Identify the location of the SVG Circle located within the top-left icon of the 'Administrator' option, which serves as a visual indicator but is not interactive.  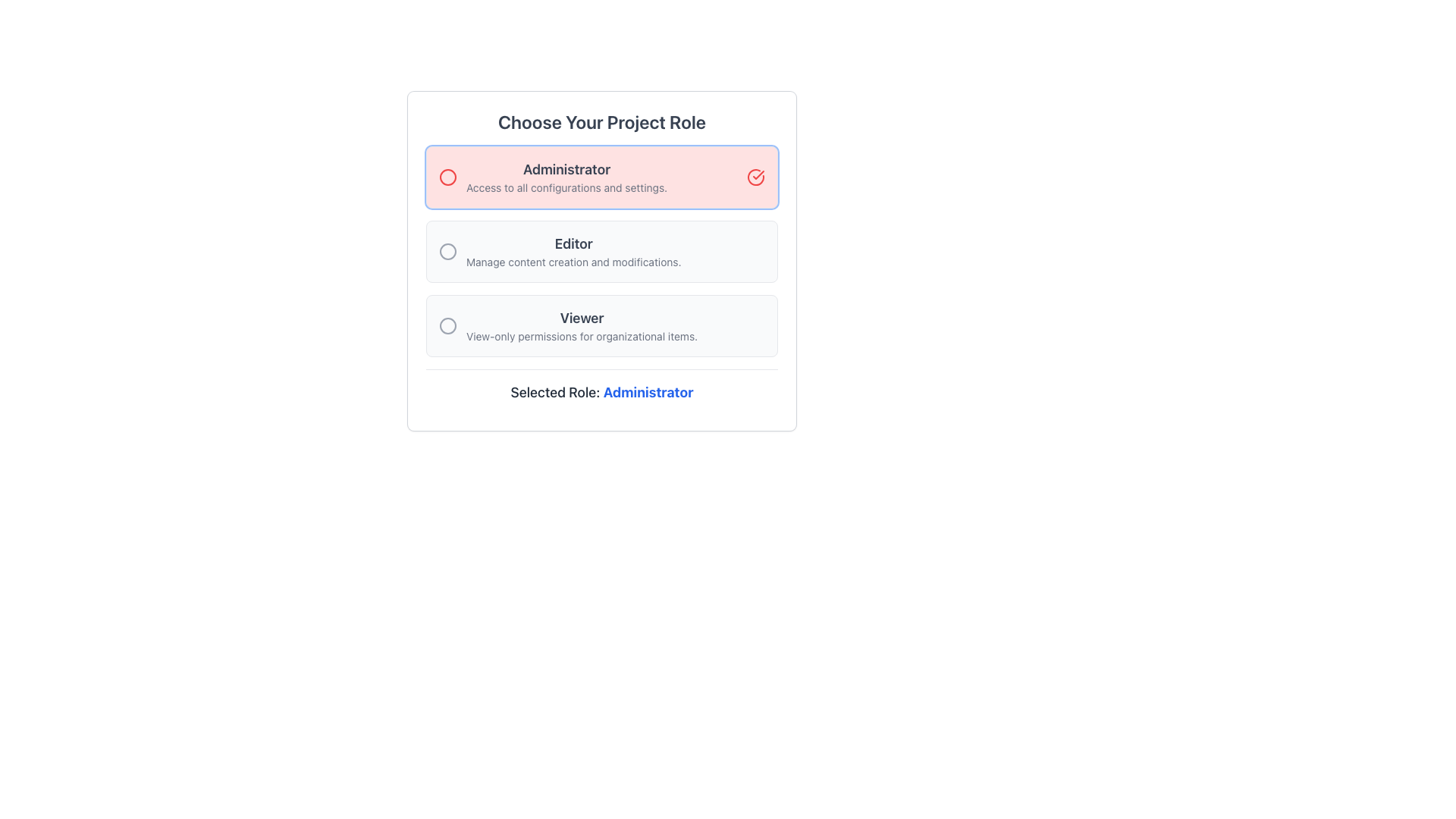
(447, 177).